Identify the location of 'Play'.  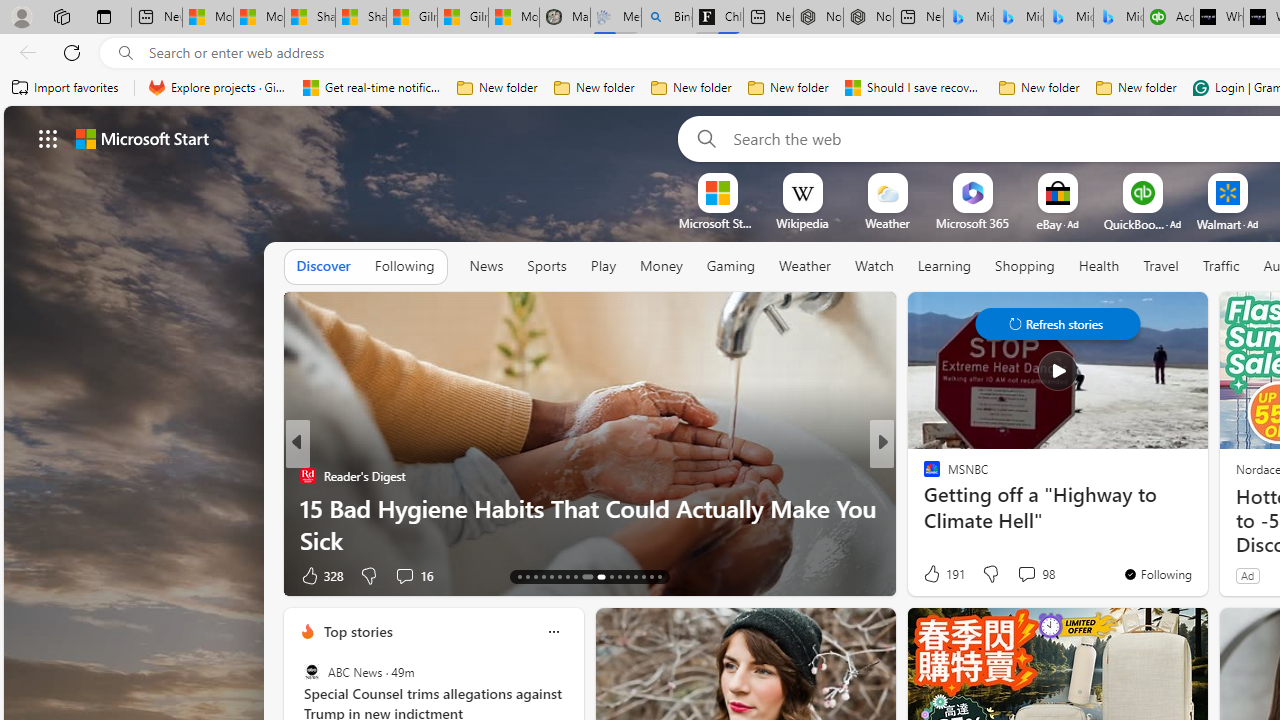
(602, 266).